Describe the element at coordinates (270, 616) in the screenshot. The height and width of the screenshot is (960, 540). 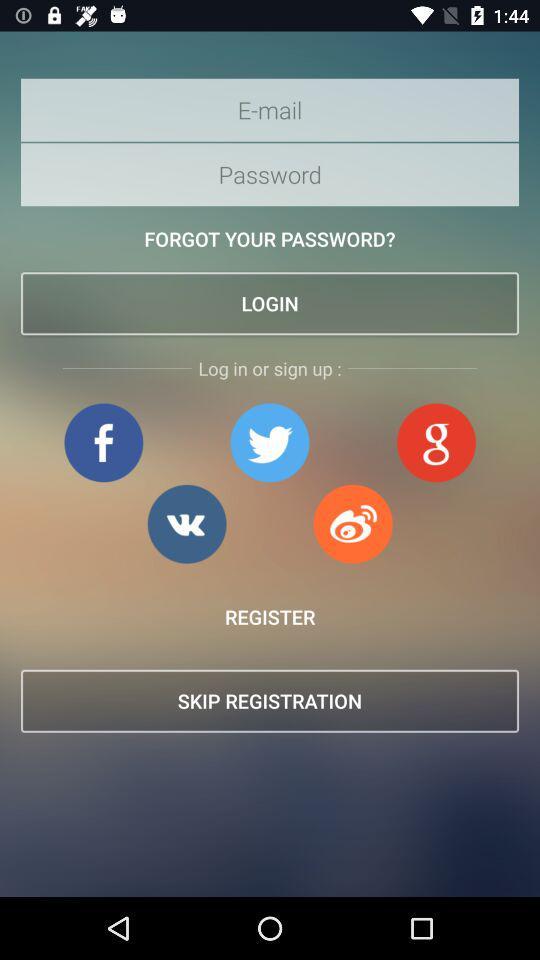
I see `the item above skip registration item` at that location.